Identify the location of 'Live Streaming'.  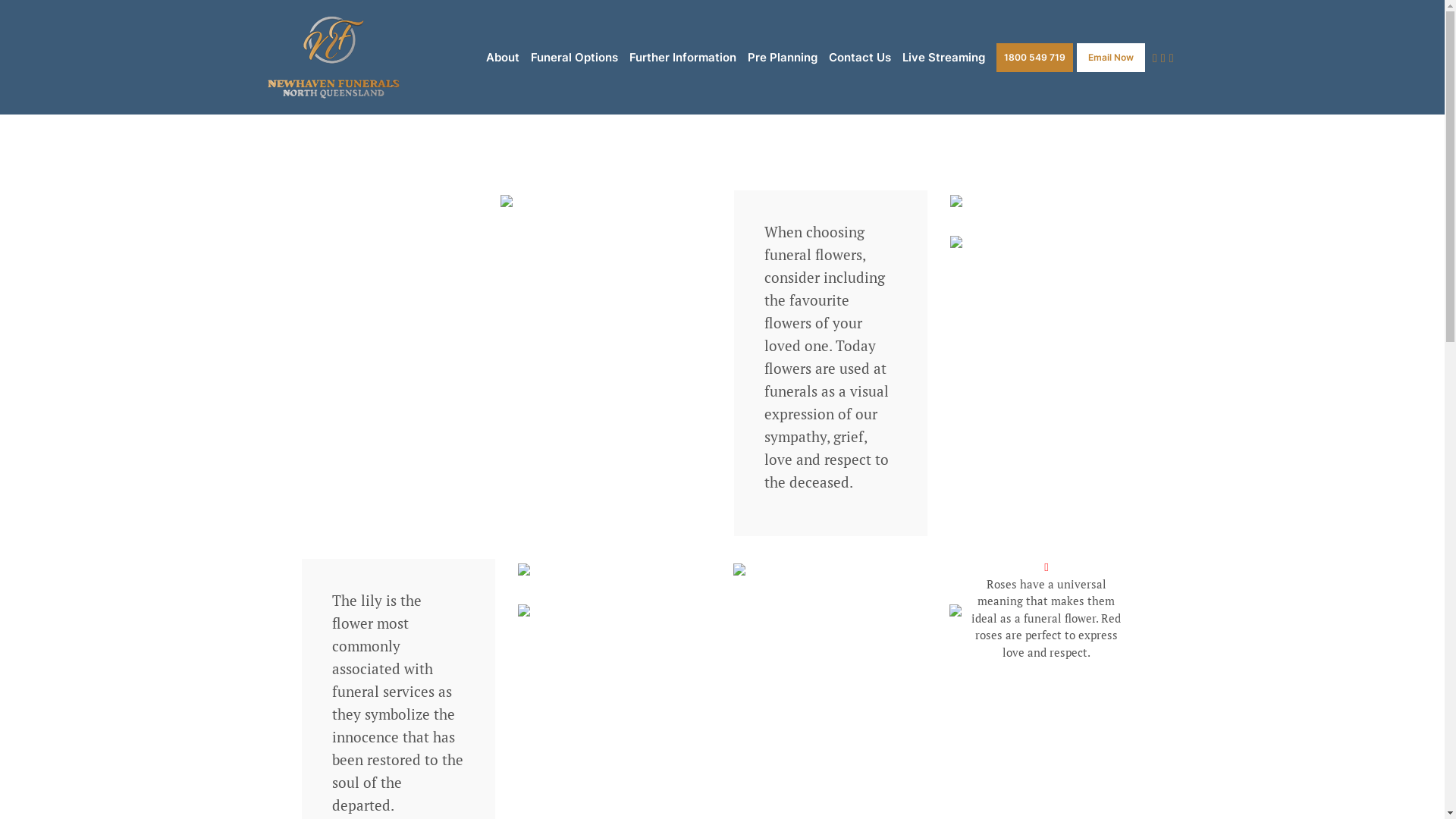
(943, 57).